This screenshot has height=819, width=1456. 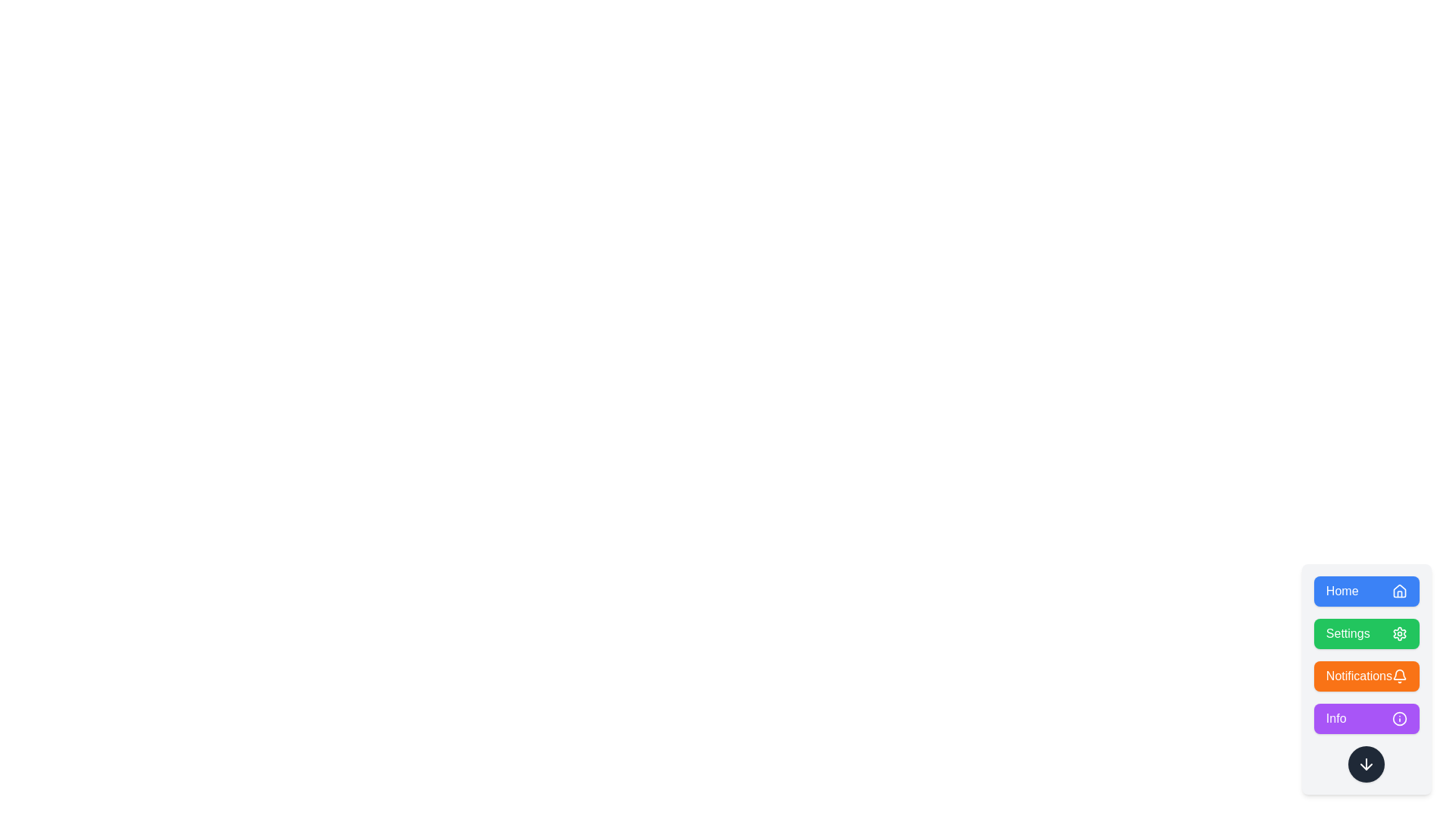 What do you see at coordinates (1366, 764) in the screenshot?
I see `arrow button to toggle the speed dial open/close state` at bounding box center [1366, 764].